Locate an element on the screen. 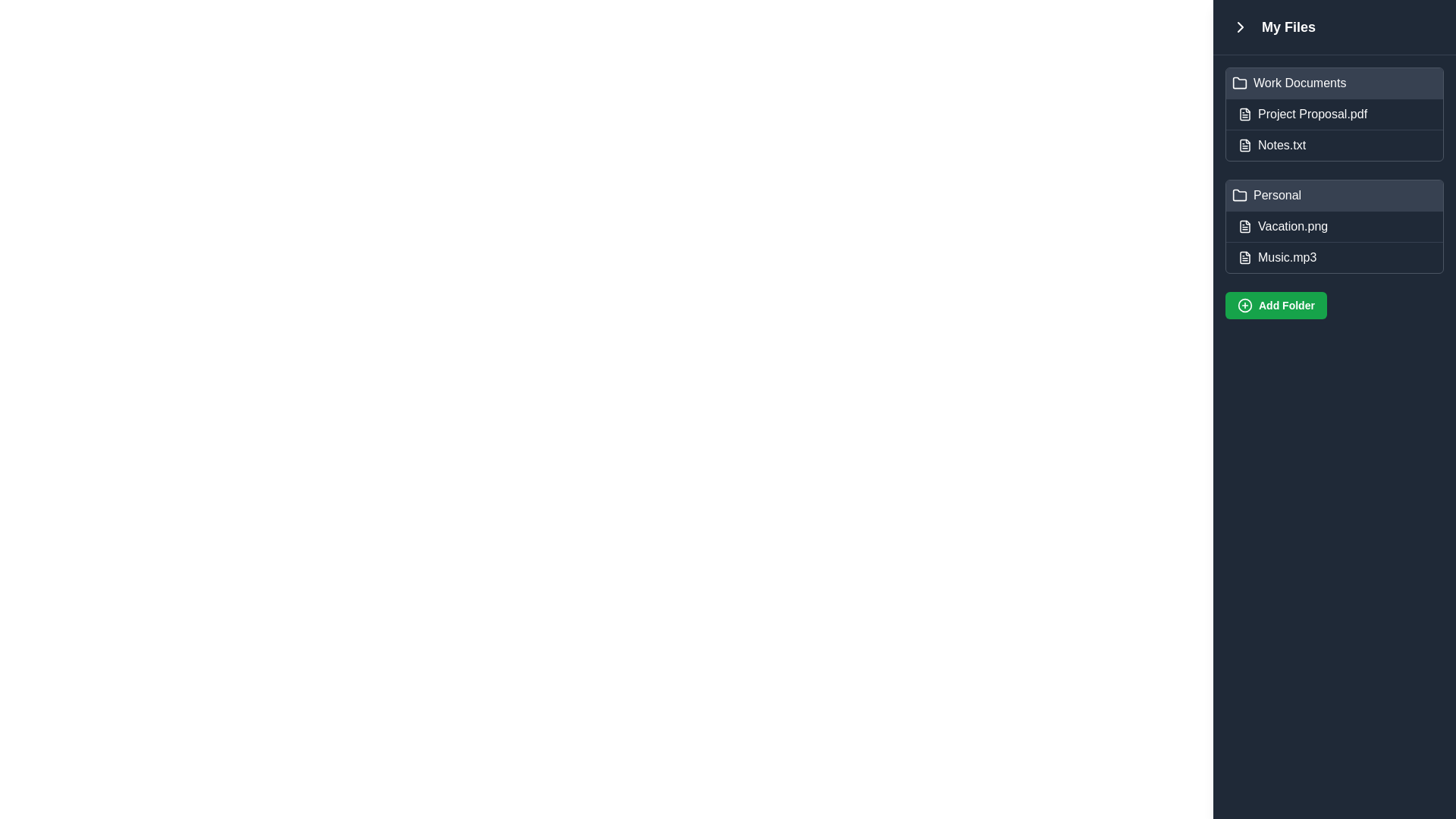 Image resolution: width=1456 pixels, height=819 pixels. the 'Add Folder' icon, which is an SVG graphic located on the left side of the 'Add Folder' button at the bottom of the sidebar interface is located at coordinates (1244, 305).